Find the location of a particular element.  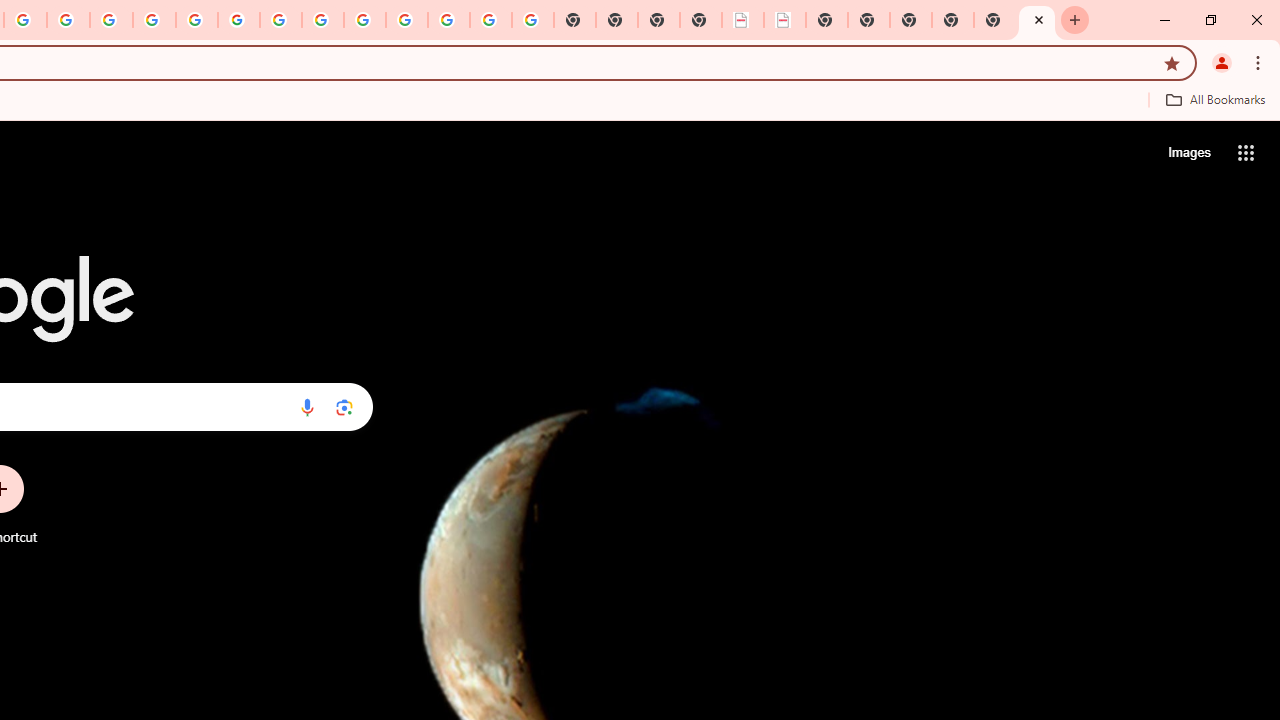

'YouTube' is located at coordinates (279, 20).